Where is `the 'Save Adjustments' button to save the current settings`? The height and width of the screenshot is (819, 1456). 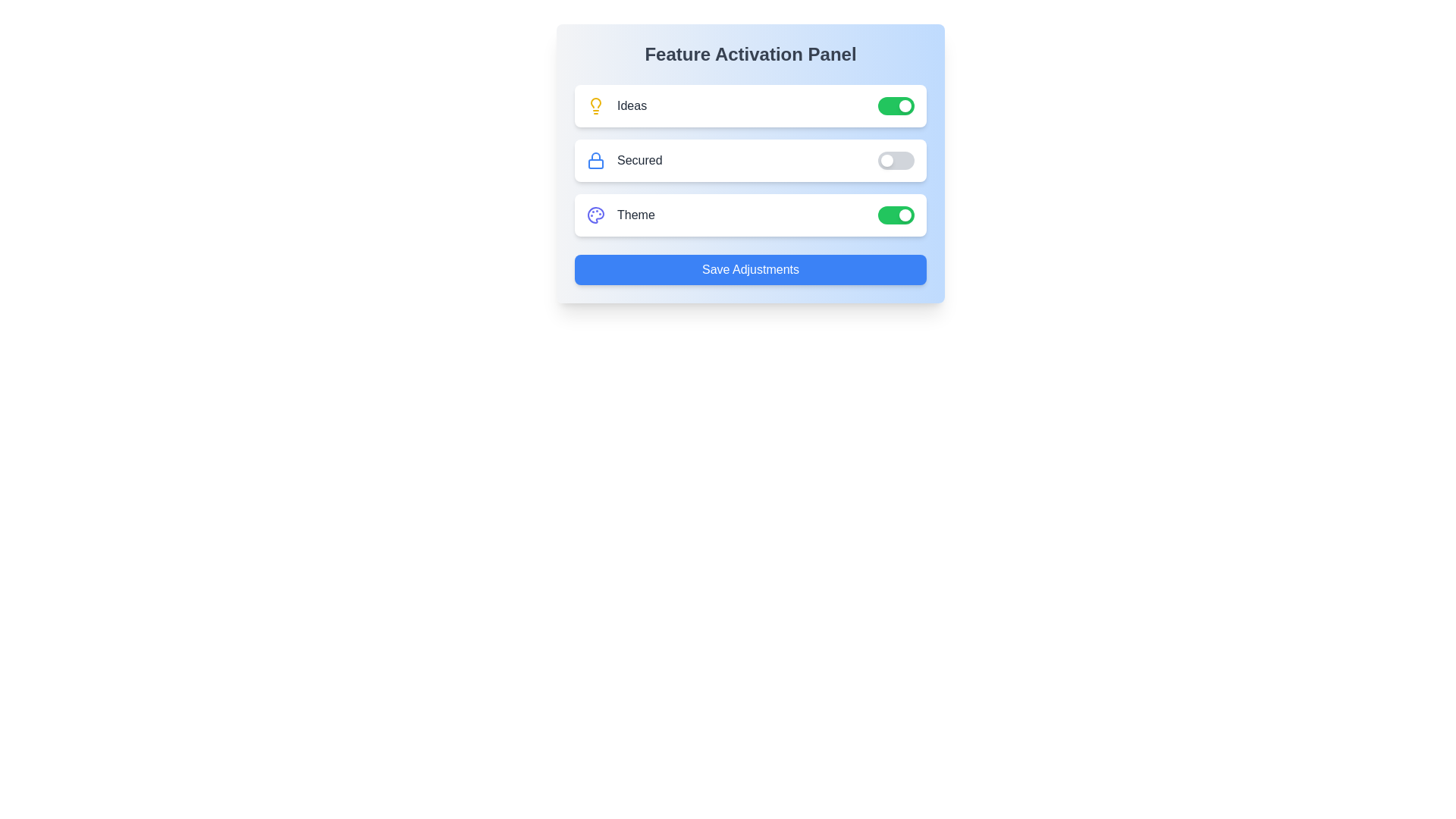 the 'Save Adjustments' button to save the current settings is located at coordinates (750, 268).